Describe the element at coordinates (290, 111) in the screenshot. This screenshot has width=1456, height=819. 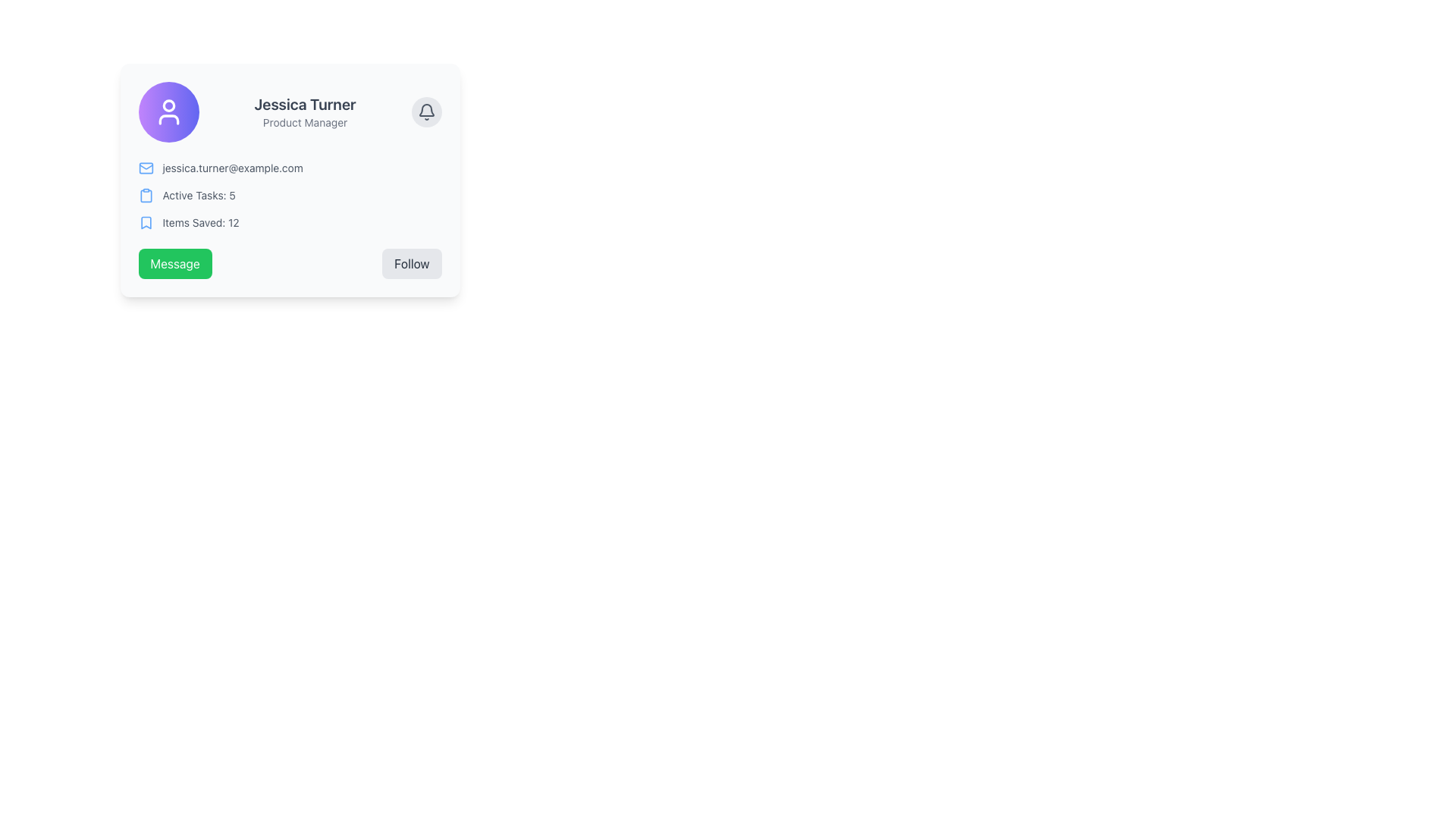
I see `the user's name 'Jessica Turner' in the Informational header section` at that location.